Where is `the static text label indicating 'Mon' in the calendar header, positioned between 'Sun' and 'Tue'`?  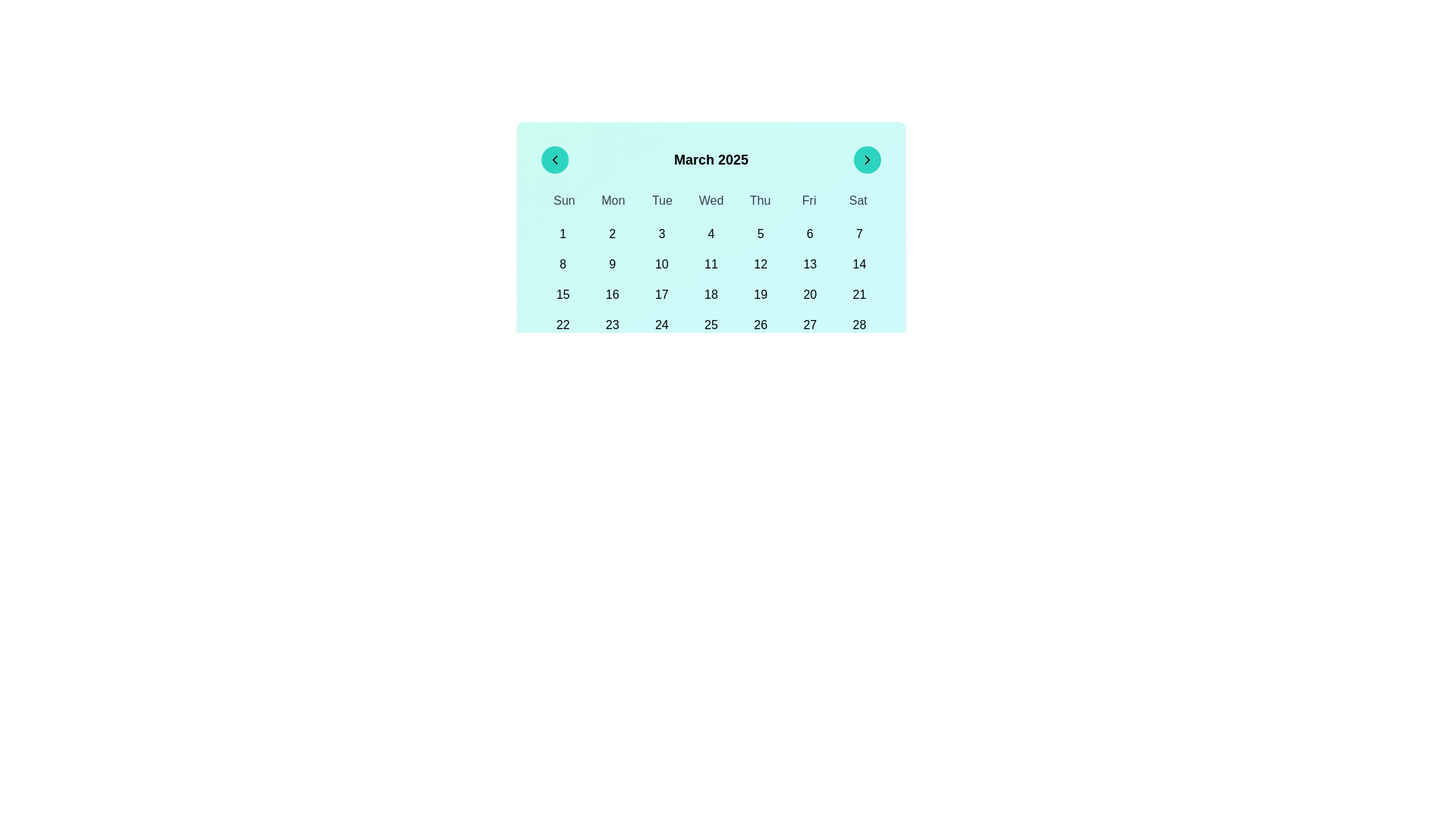 the static text label indicating 'Mon' in the calendar header, positioned between 'Sun' and 'Tue' is located at coordinates (613, 200).